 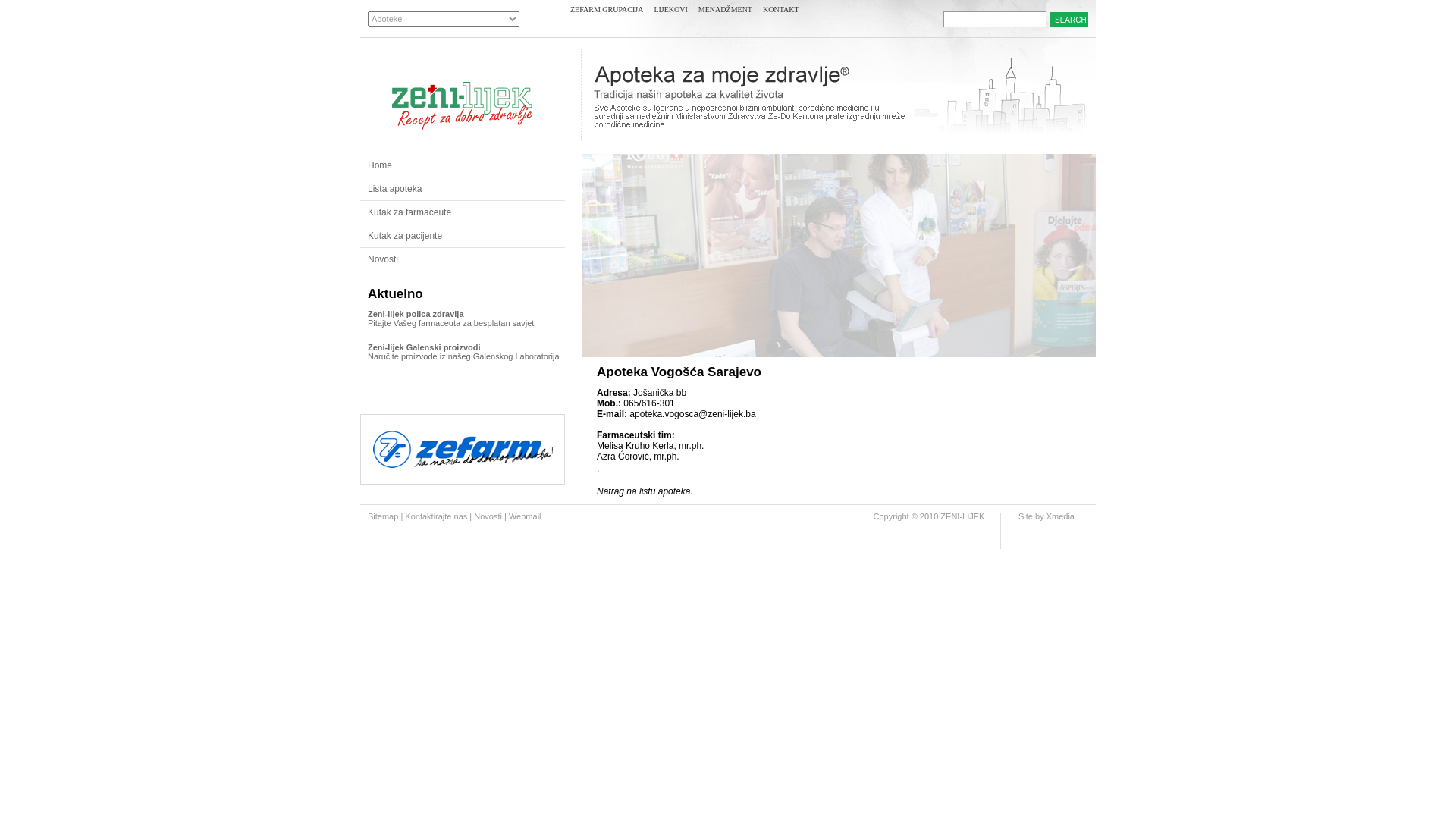 What do you see at coordinates (691, 414) in the screenshot?
I see `'apoteka.vogosca@zeni-lijek.ba'` at bounding box center [691, 414].